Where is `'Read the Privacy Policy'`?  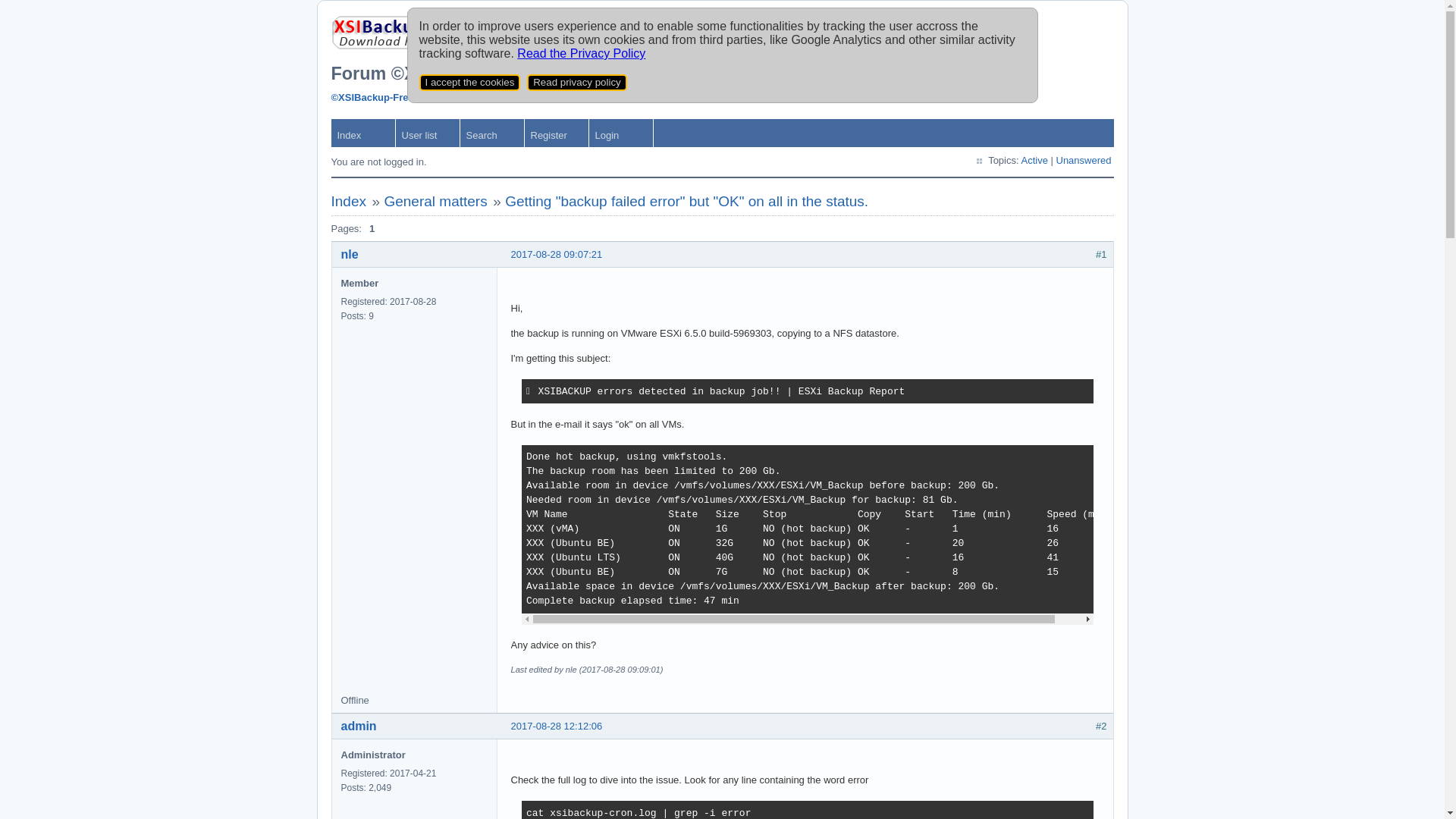
'Read the Privacy Policy' is located at coordinates (580, 52).